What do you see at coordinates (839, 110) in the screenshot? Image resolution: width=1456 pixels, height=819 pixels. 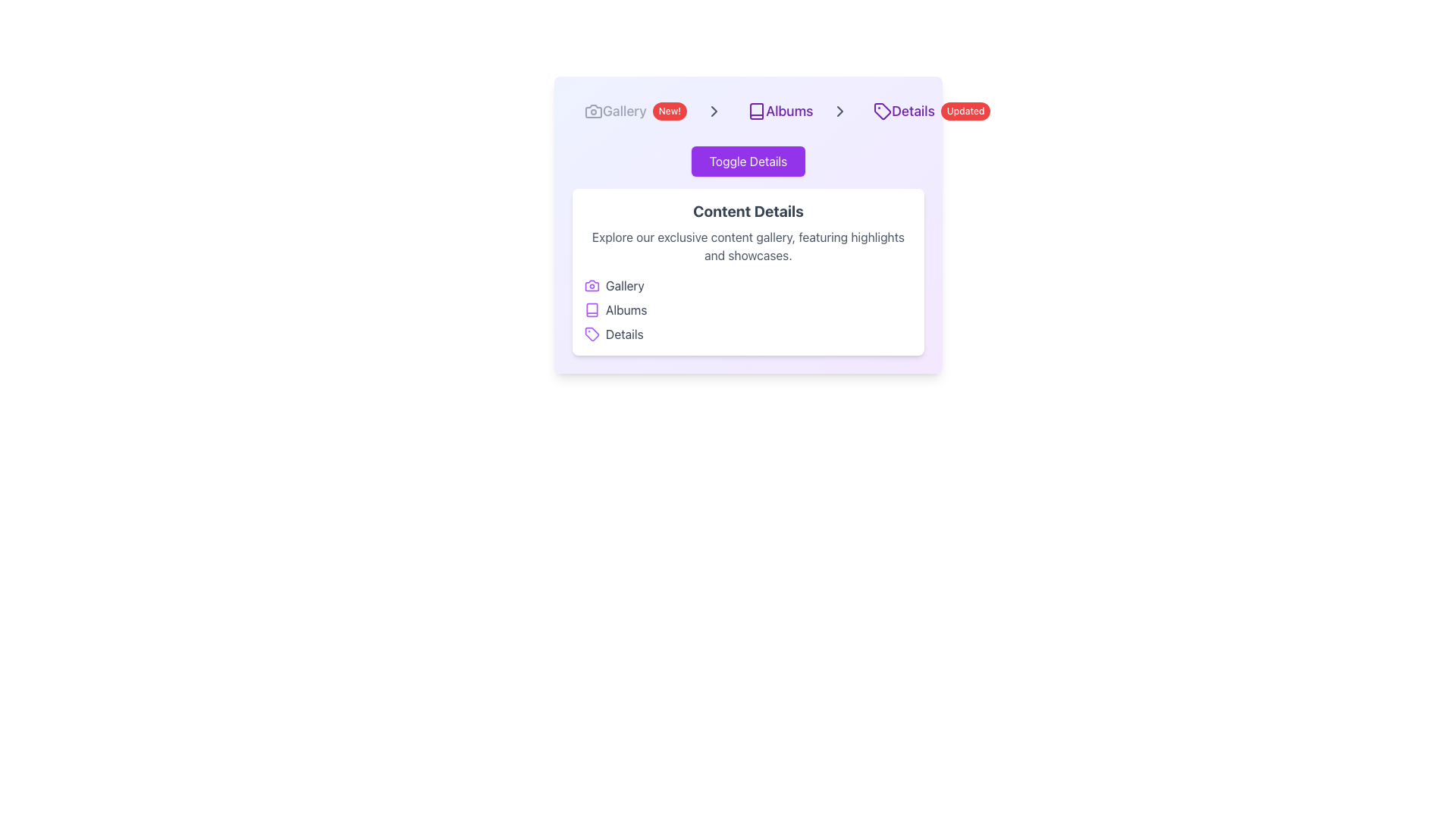 I see `the chevron icon indicating rightward navigation located between the 'Albums' and 'Details' labels in the breadcrumb trail` at bounding box center [839, 110].